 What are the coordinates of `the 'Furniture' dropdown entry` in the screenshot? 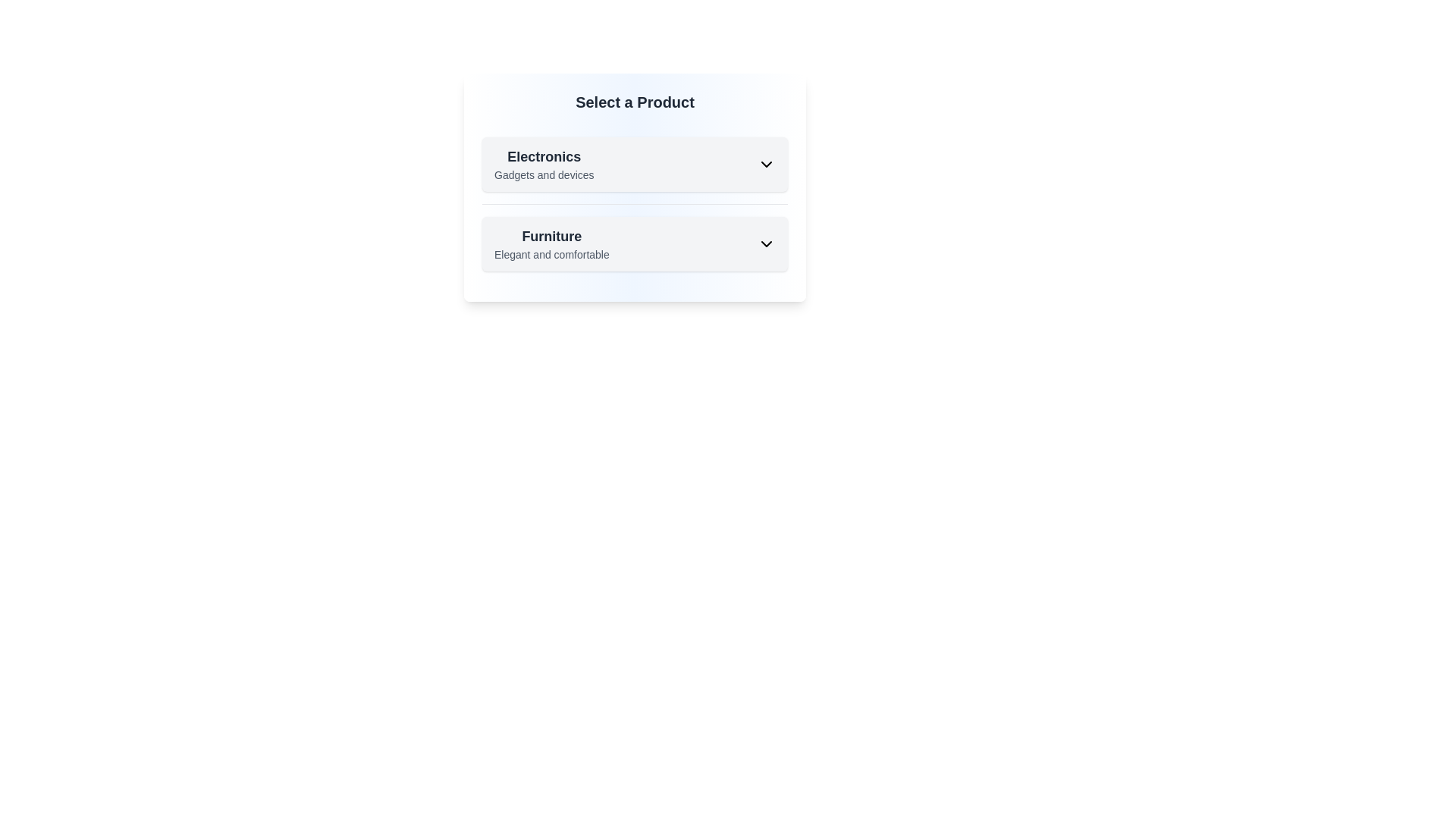 It's located at (635, 243).